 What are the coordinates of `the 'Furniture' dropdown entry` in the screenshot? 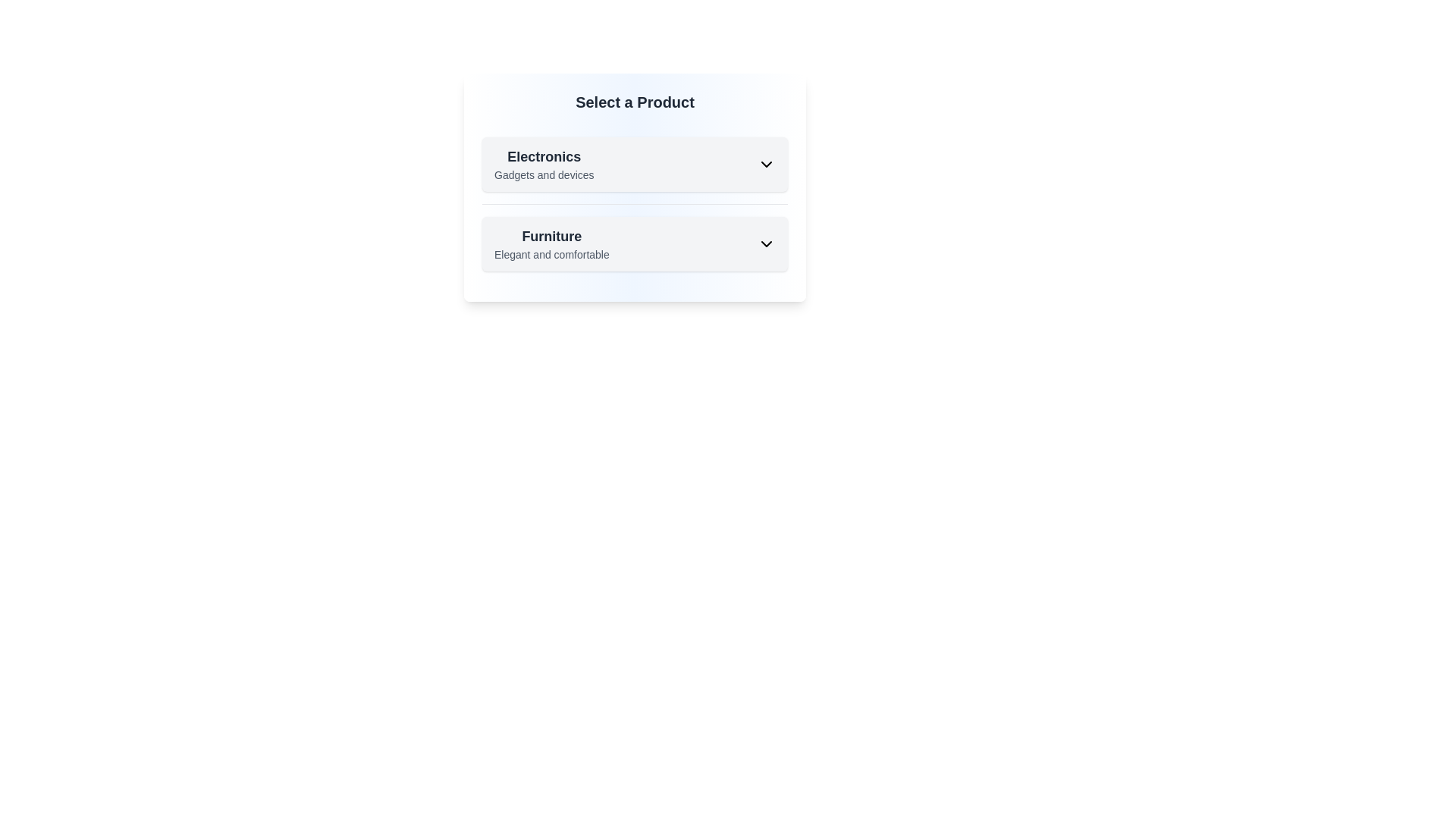 It's located at (635, 243).